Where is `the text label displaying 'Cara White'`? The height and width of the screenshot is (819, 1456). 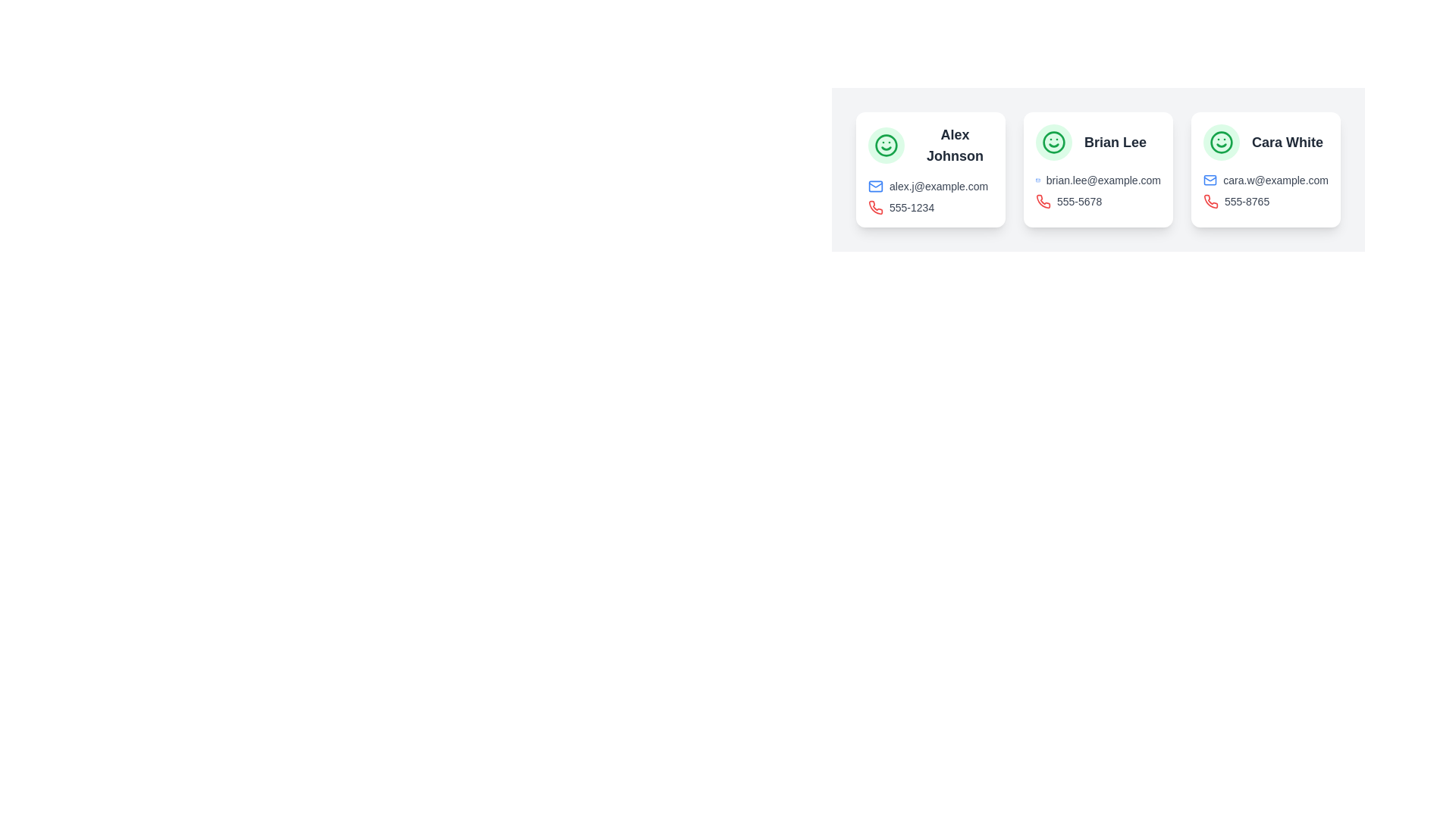 the text label displaying 'Cara White' is located at coordinates (1287, 143).